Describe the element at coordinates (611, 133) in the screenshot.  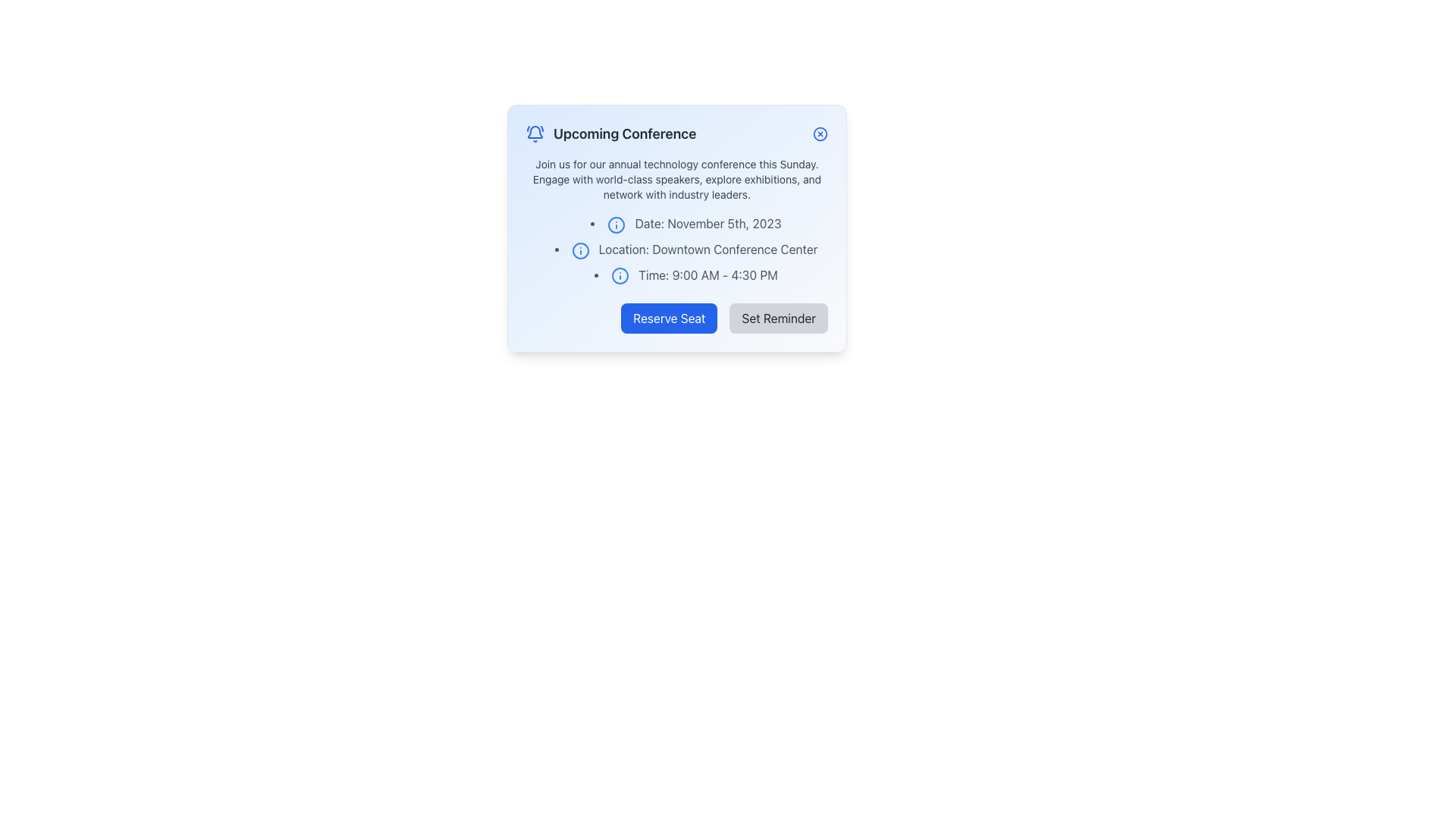
I see `title text of the Text with Icon (combined) element located in the top-left corner of the card-like section` at that location.